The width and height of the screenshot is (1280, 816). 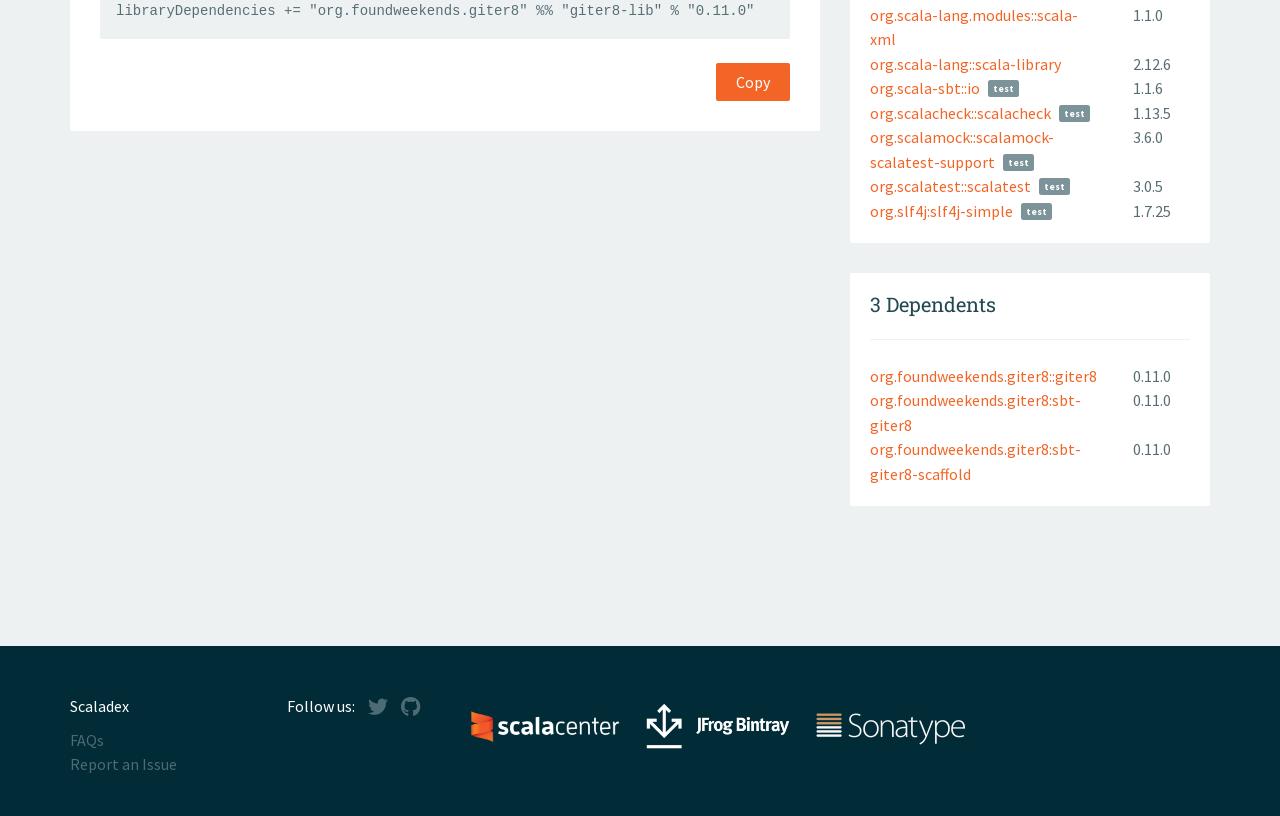 What do you see at coordinates (960, 112) in the screenshot?
I see `'org.scalacheck::scalacheck'` at bounding box center [960, 112].